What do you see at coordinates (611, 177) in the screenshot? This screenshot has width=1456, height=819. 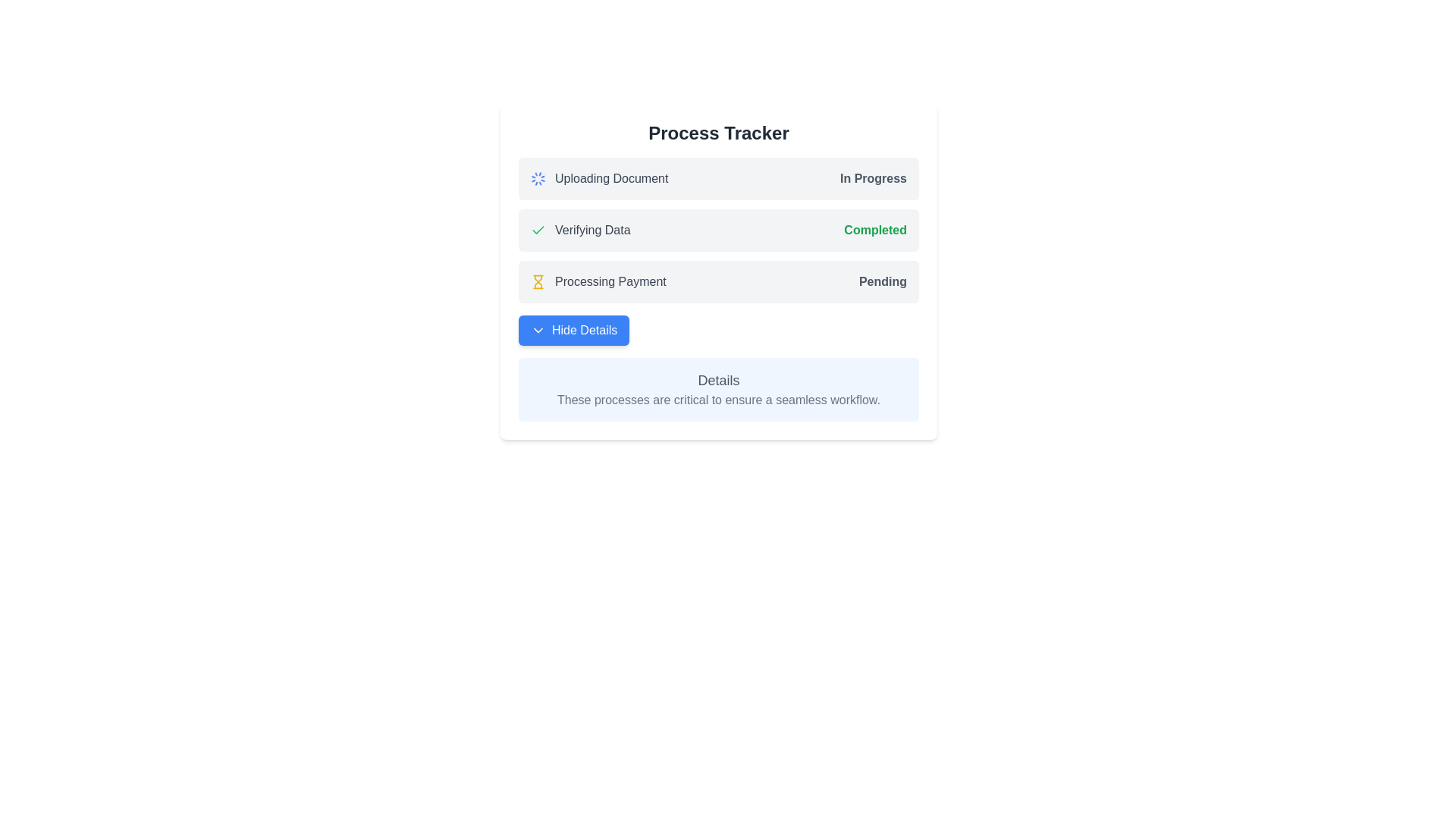 I see `the status update displayed in the Text Label located to the right of the spinning loader icon within the 'Process Tracker' card layout` at bounding box center [611, 177].